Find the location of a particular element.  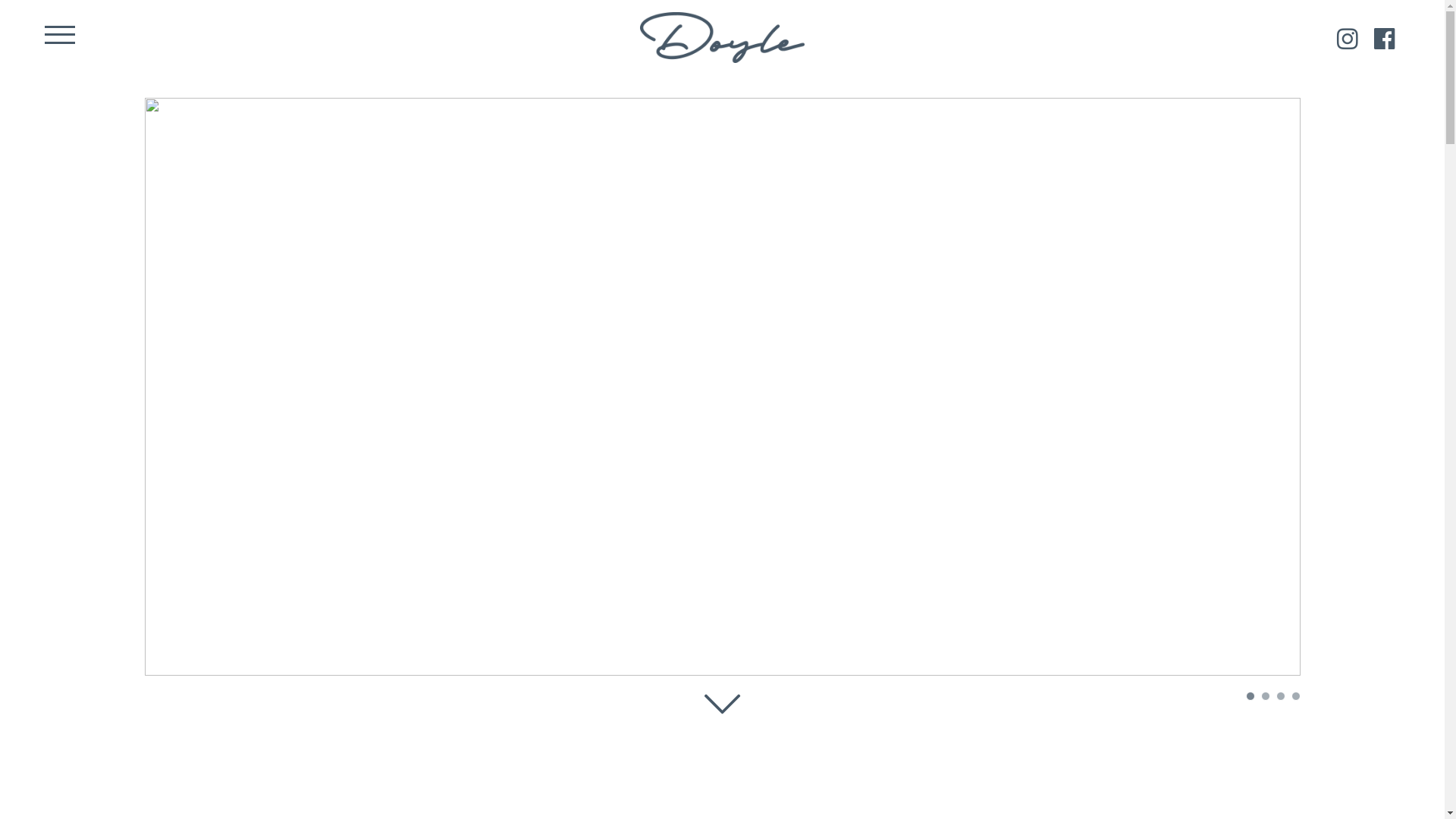

'1' is located at coordinates (1246, 696).